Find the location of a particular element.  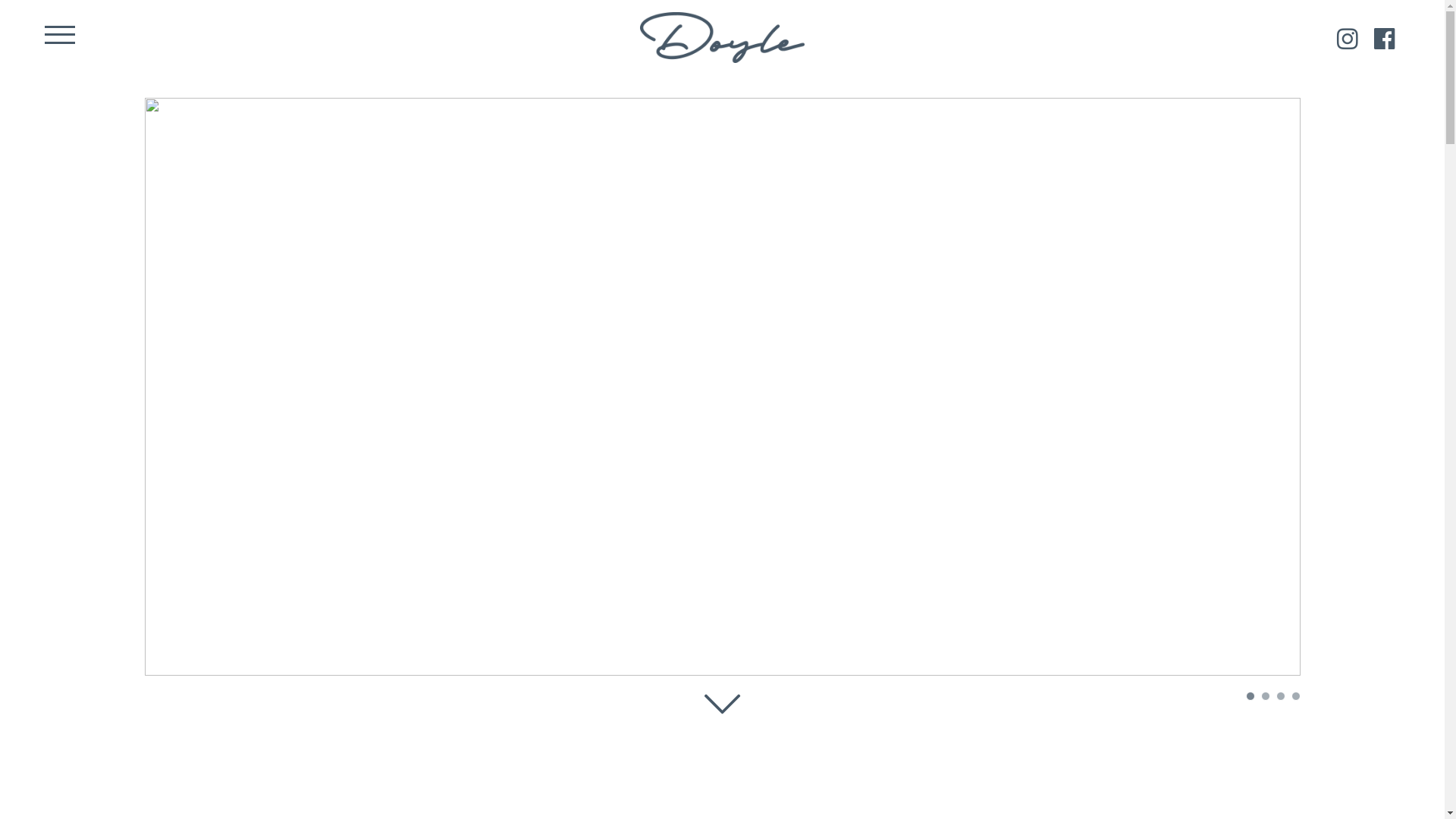

'1' is located at coordinates (1246, 696).